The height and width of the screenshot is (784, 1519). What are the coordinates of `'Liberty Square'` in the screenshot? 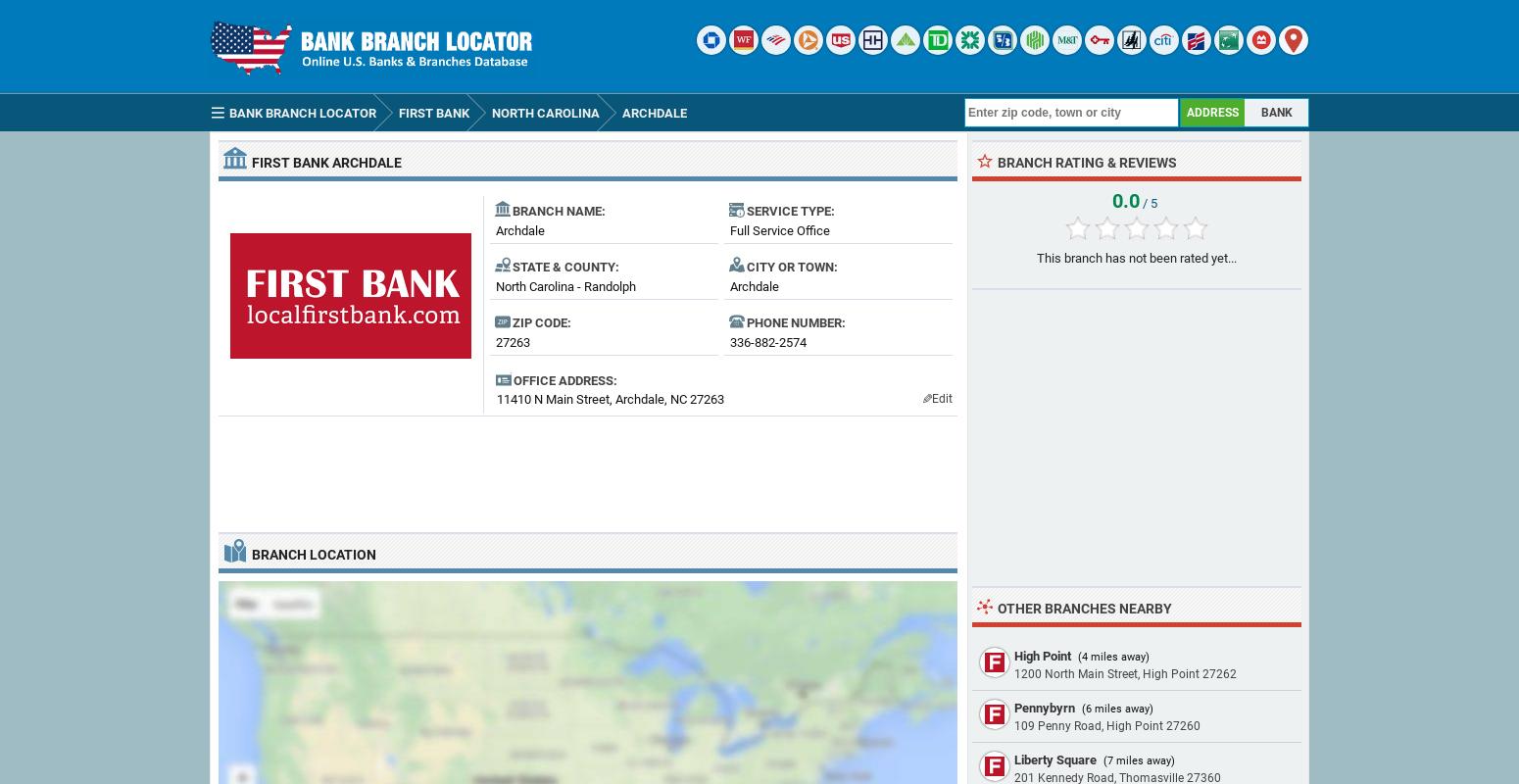 It's located at (1013, 759).